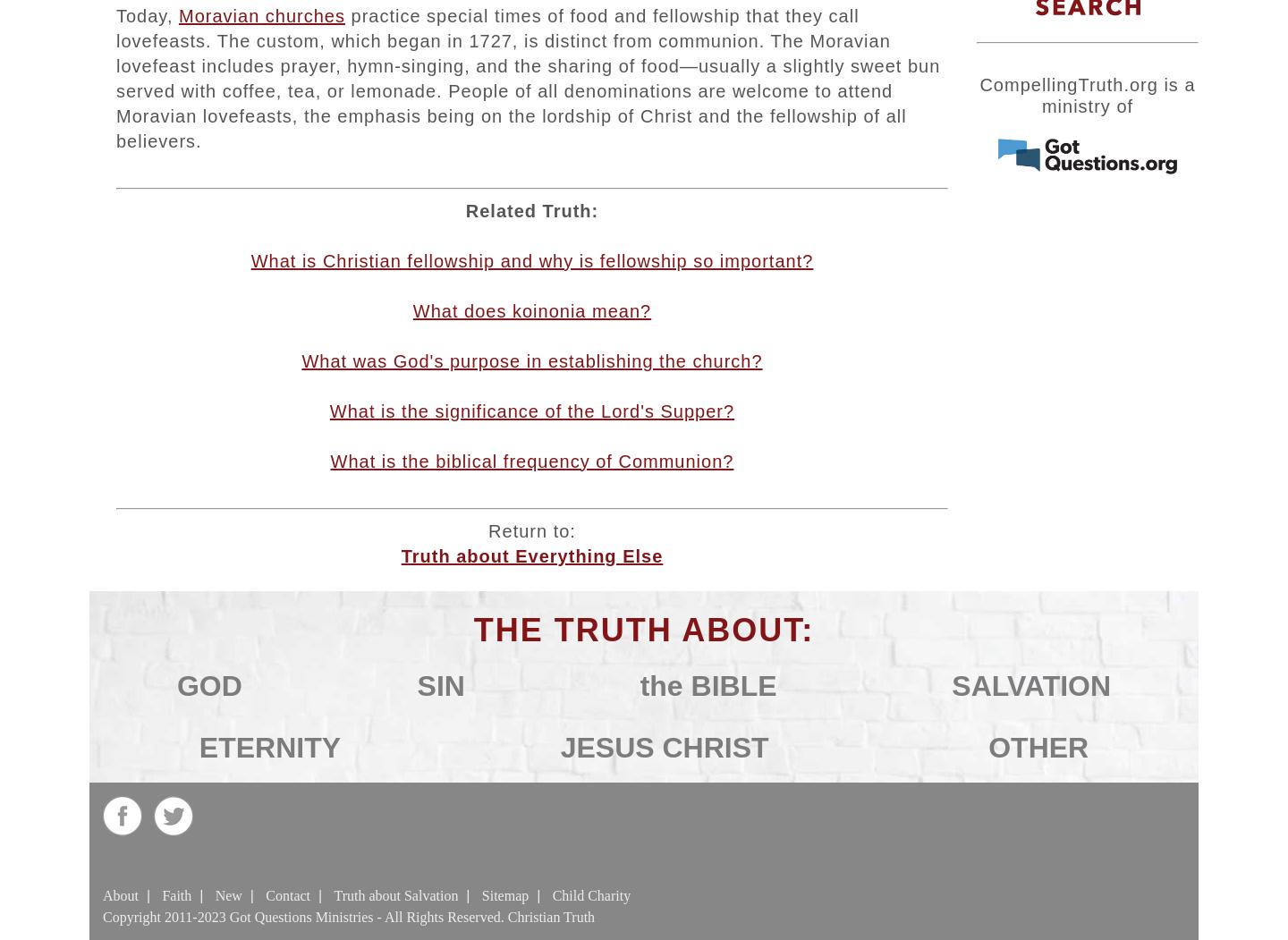 The image size is (1288, 940). I want to click on 'ETERNITY', so click(269, 747).